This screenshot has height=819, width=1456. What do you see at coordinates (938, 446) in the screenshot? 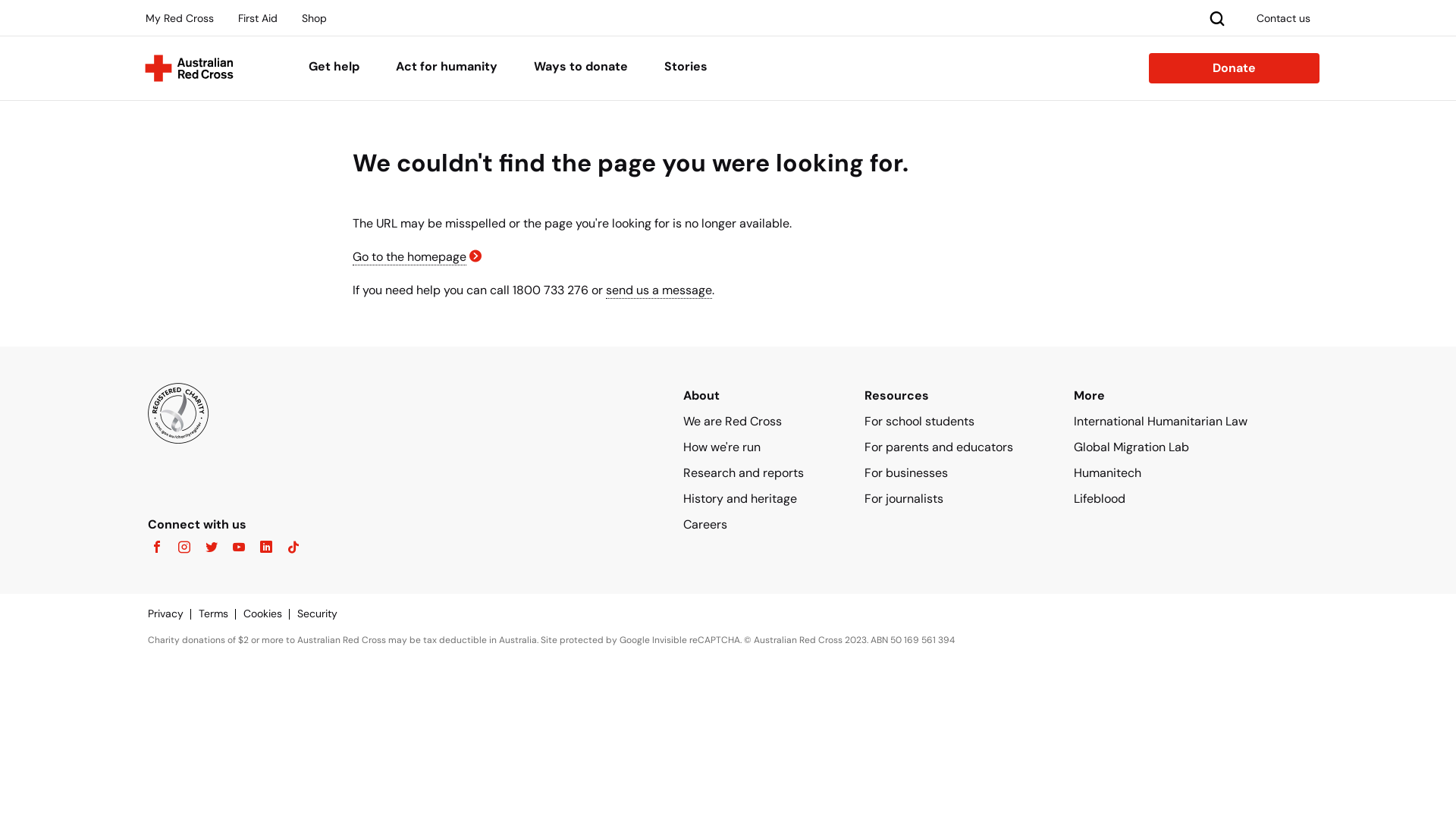
I see `'For parents and educators'` at bounding box center [938, 446].